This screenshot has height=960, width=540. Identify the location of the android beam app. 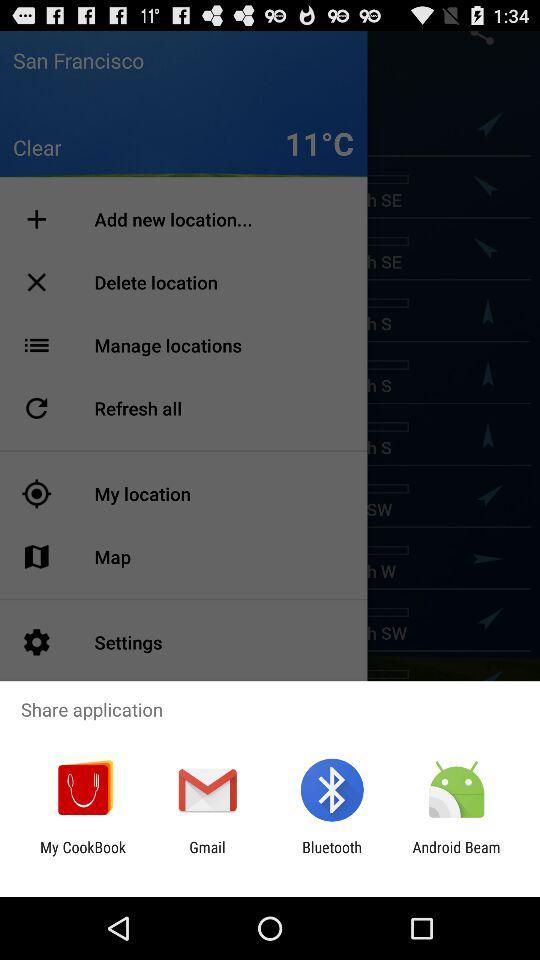
(456, 855).